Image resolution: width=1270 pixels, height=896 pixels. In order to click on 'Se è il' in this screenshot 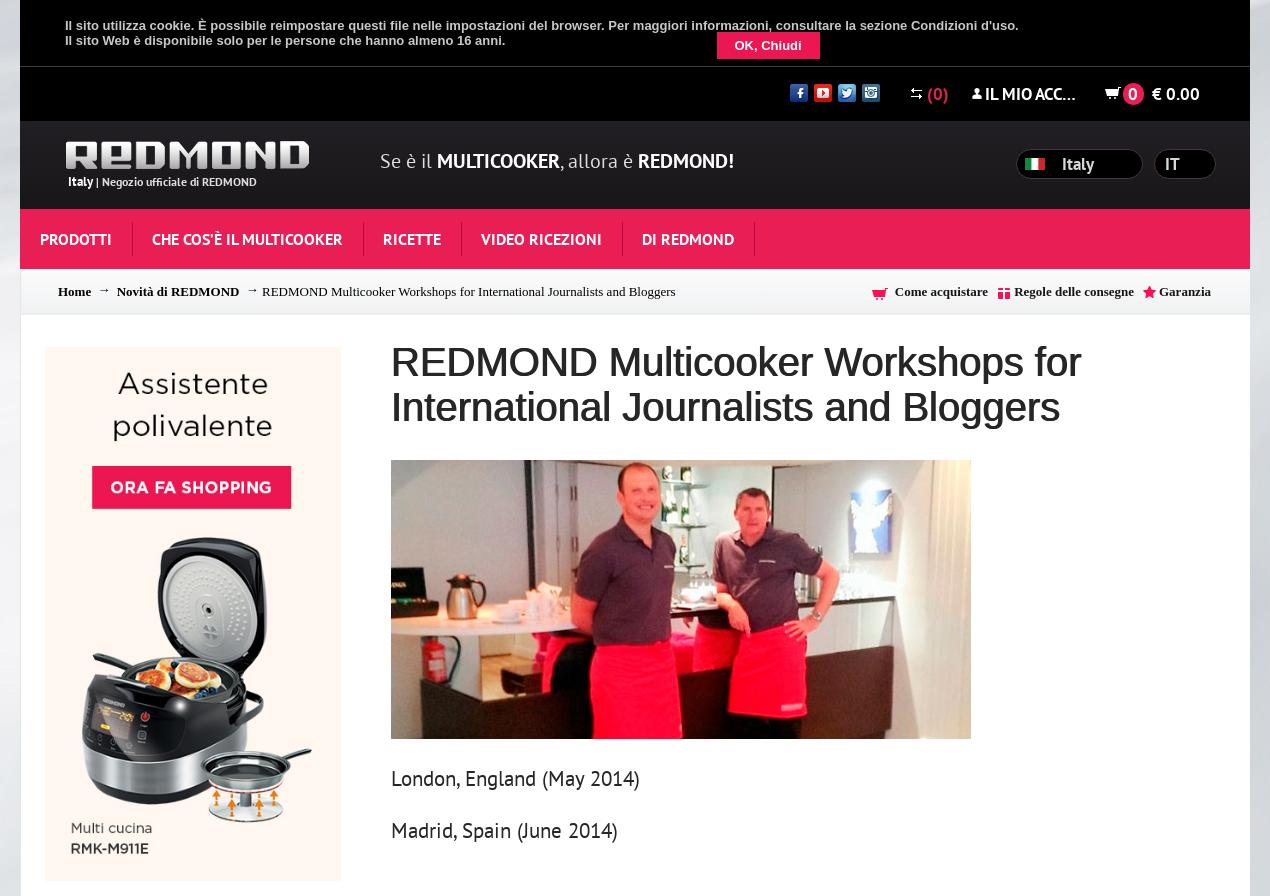, I will do `click(407, 161)`.